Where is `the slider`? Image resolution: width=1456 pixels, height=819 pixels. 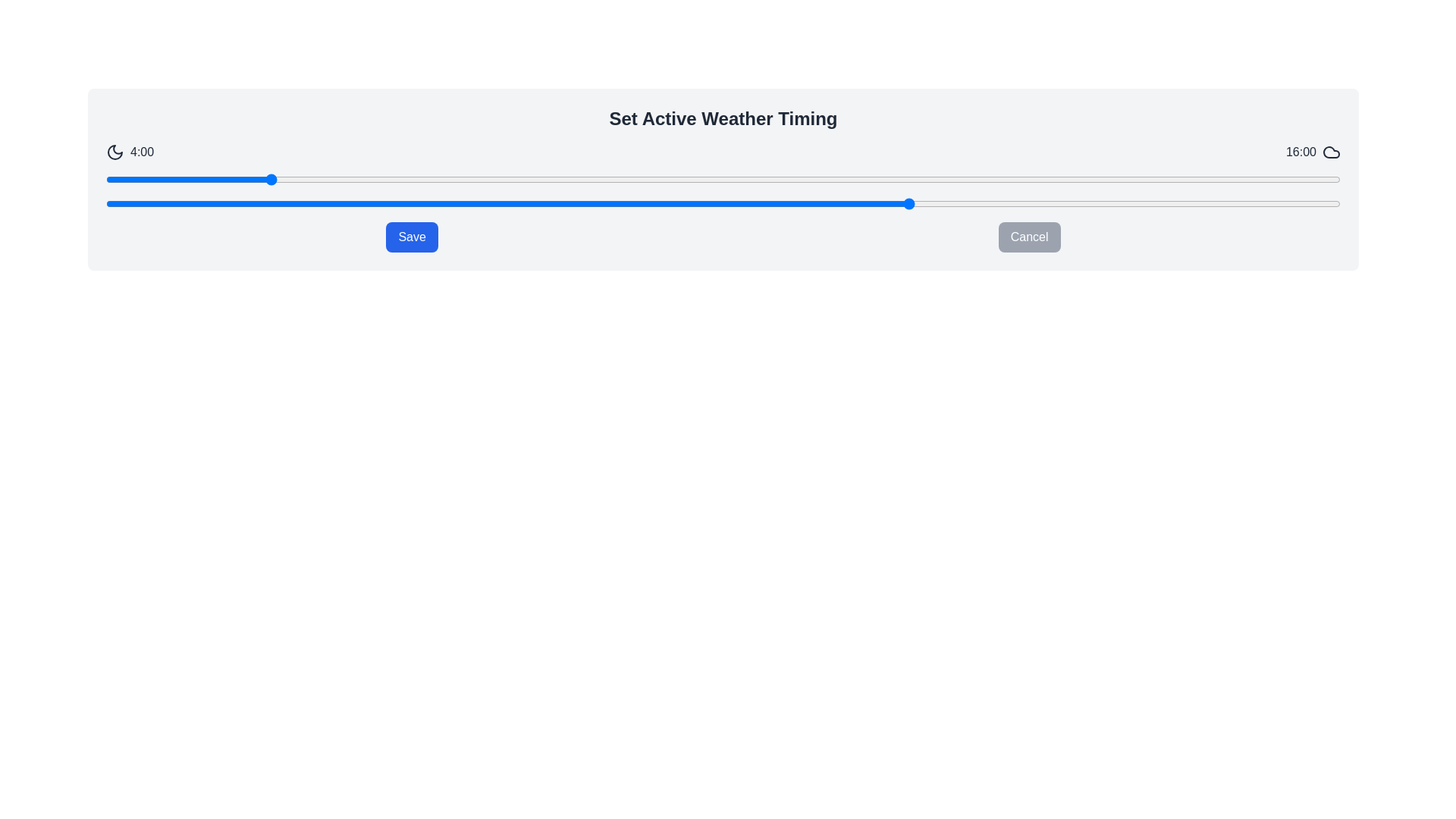 the slider is located at coordinates (803, 203).